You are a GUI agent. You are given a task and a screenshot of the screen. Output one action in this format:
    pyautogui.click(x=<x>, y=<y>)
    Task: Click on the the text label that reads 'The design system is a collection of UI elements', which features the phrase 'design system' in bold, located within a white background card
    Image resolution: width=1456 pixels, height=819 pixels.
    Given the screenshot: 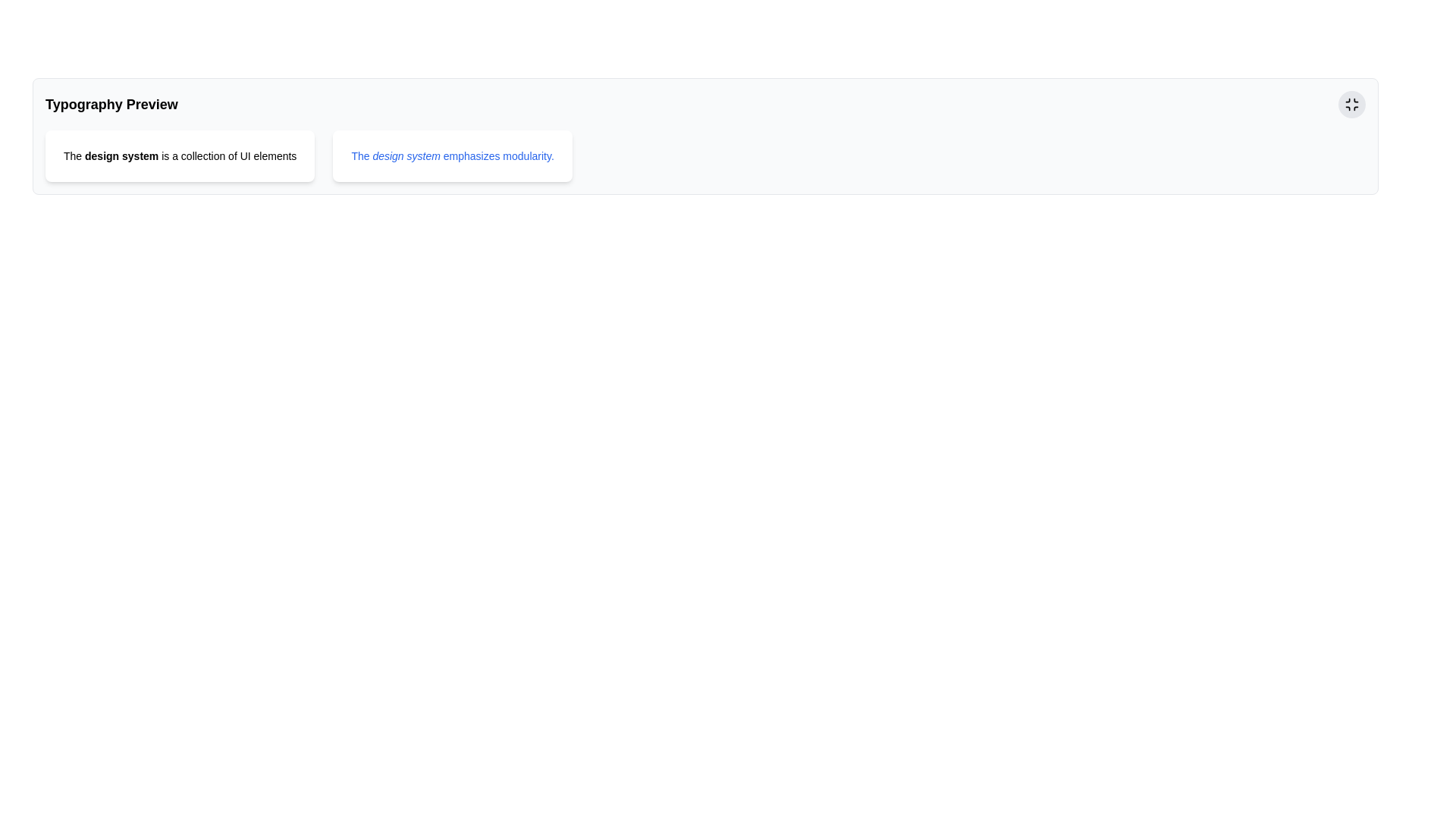 What is the action you would take?
    pyautogui.click(x=180, y=155)
    